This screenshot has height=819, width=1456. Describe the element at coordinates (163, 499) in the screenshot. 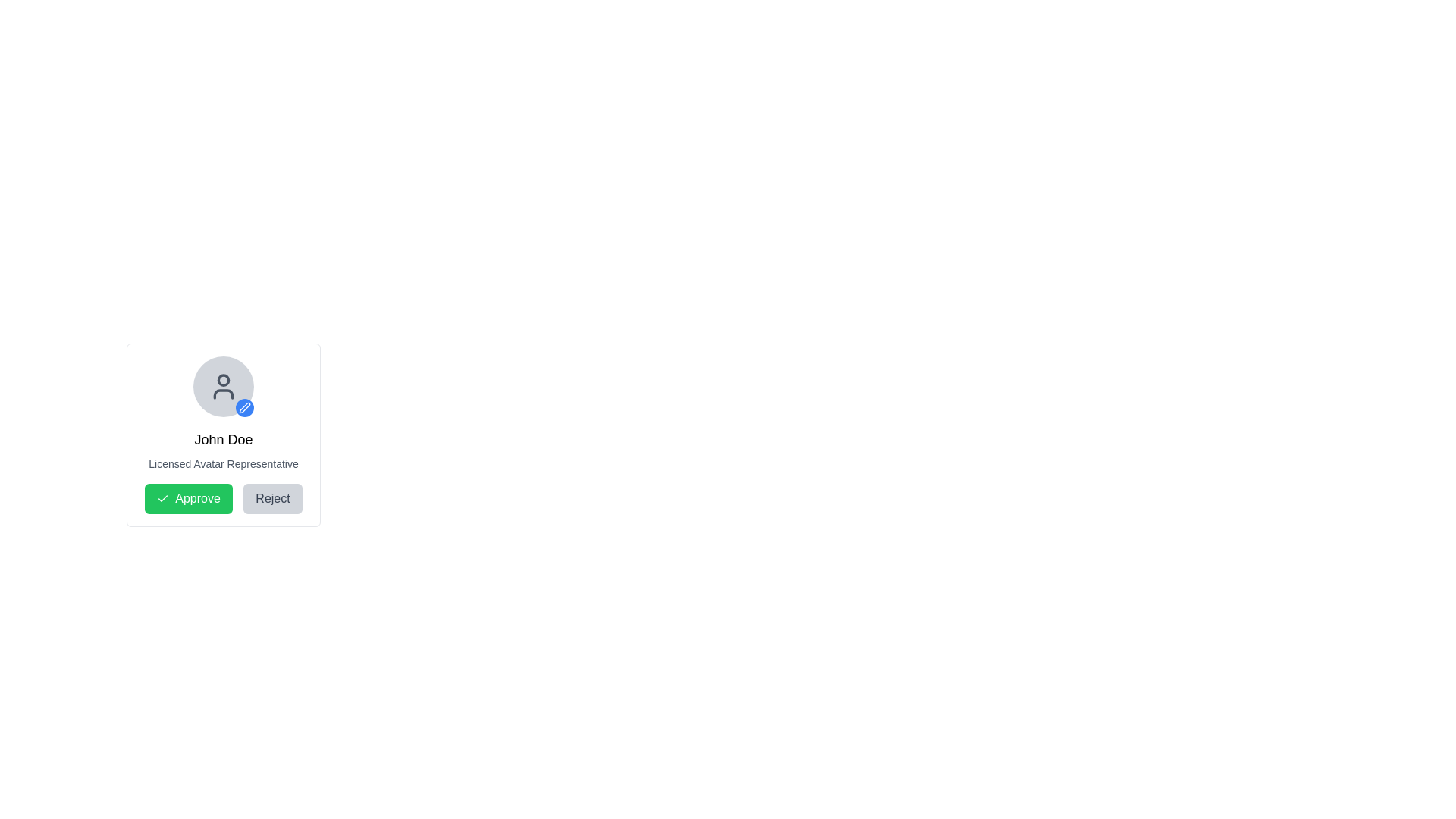

I see `the green checkmark SVG icon located inside the 'Approve' button at the bottom-left of the card layout` at that location.